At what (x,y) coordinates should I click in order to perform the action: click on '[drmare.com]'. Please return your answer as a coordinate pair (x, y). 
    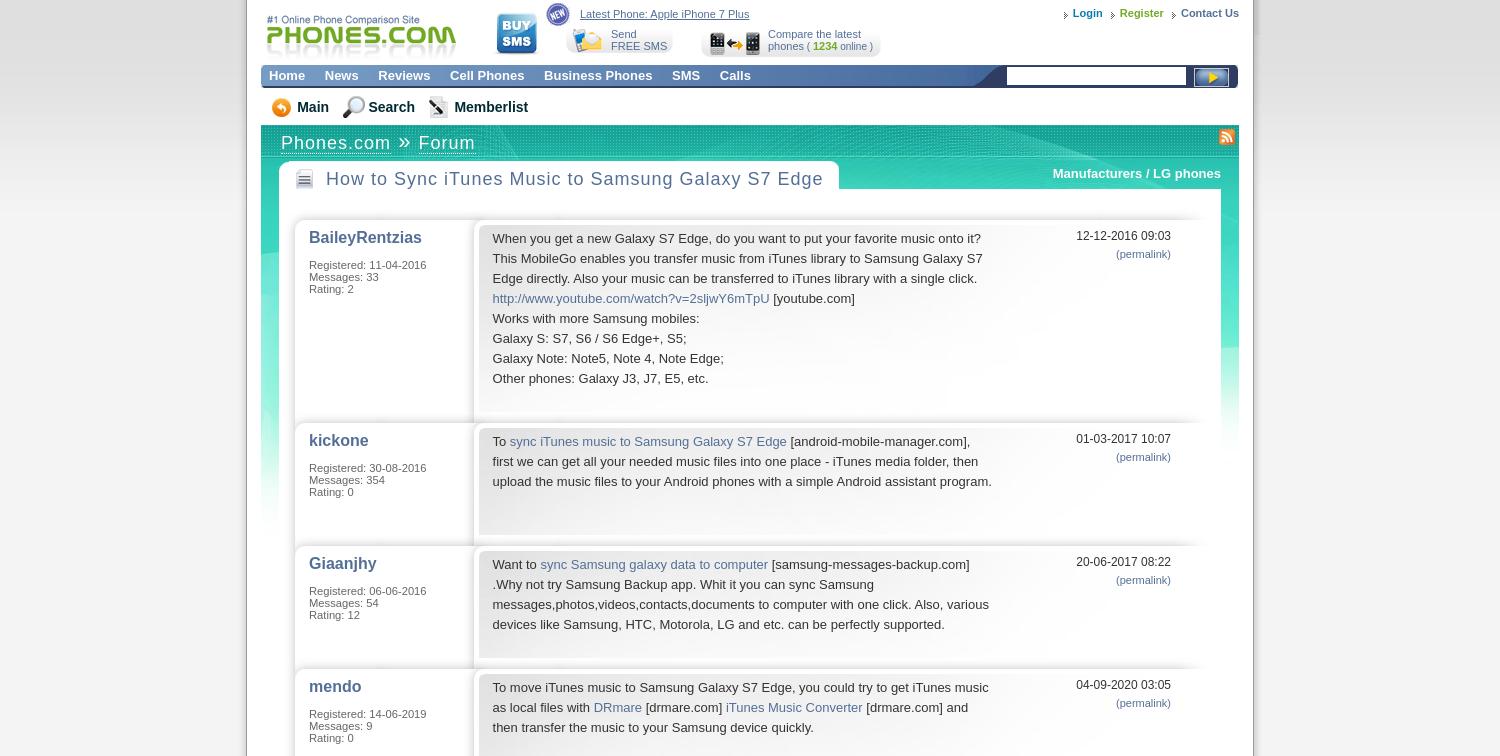
    Looking at the image, I should click on (683, 707).